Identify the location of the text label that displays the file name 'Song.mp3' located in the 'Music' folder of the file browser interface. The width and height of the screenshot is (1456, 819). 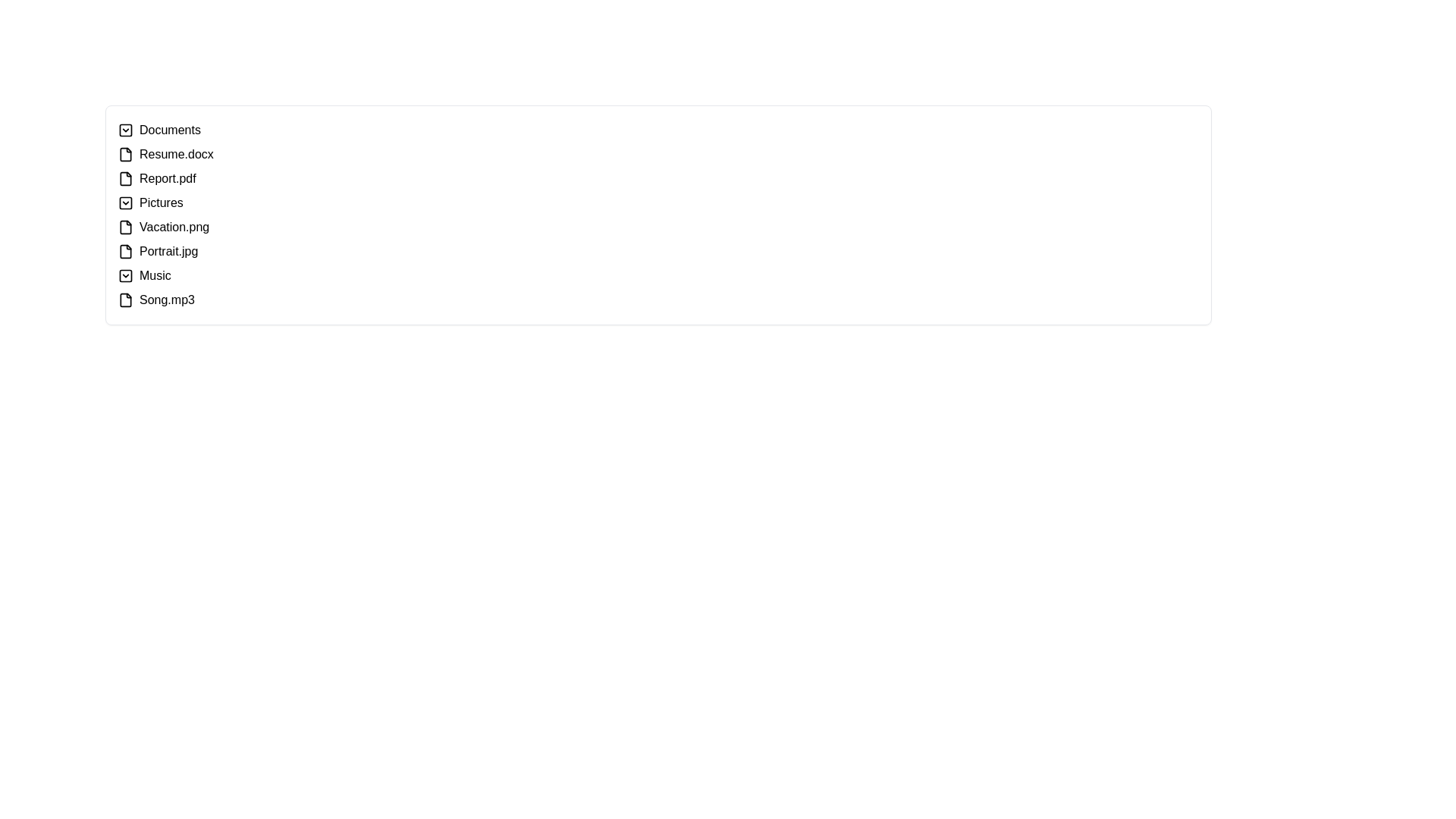
(167, 300).